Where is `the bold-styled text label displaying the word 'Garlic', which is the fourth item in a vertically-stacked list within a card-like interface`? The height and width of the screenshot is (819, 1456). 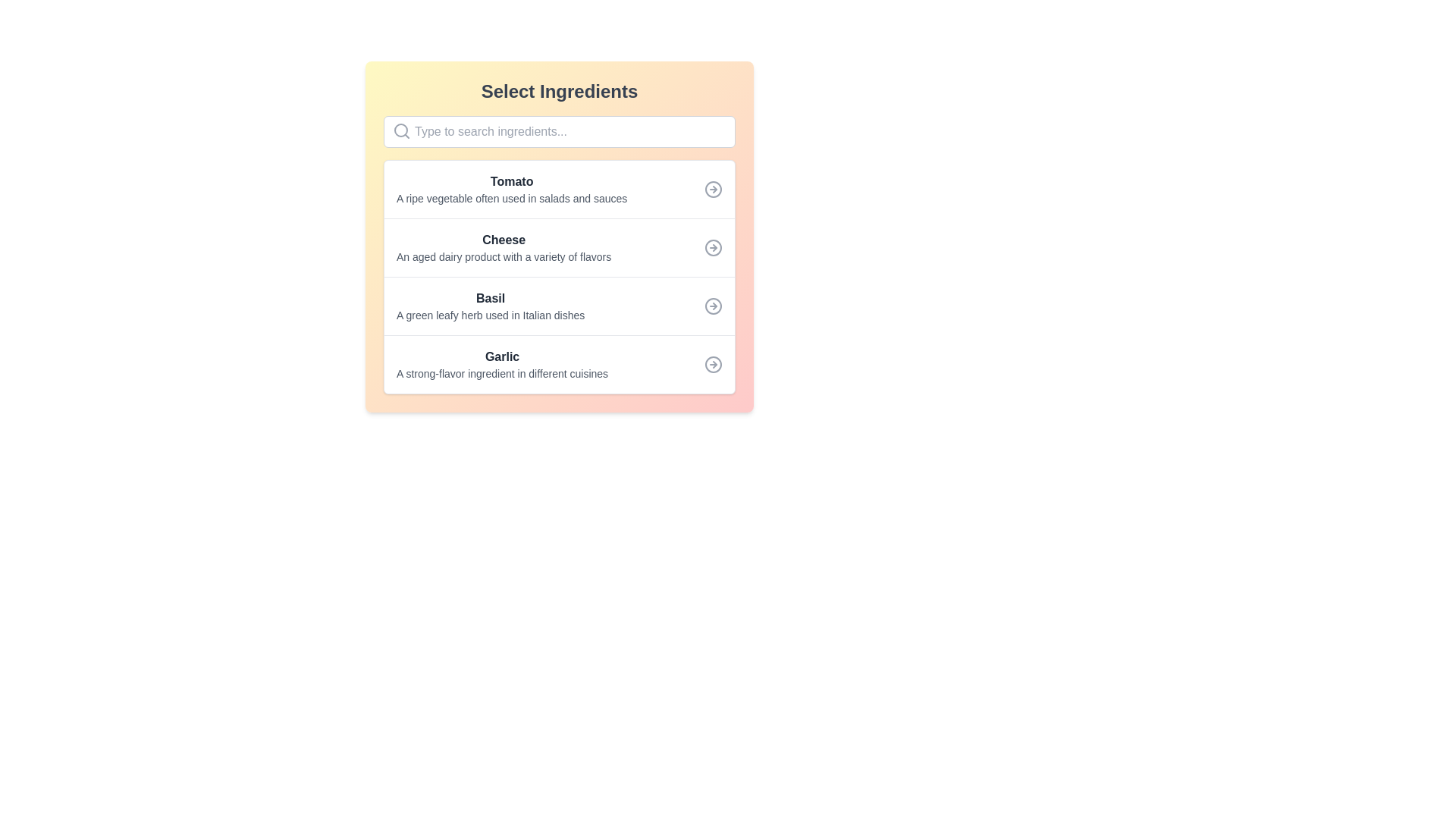
the bold-styled text label displaying the word 'Garlic', which is the fourth item in a vertically-stacked list within a card-like interface is located at coordinates (502, 356).